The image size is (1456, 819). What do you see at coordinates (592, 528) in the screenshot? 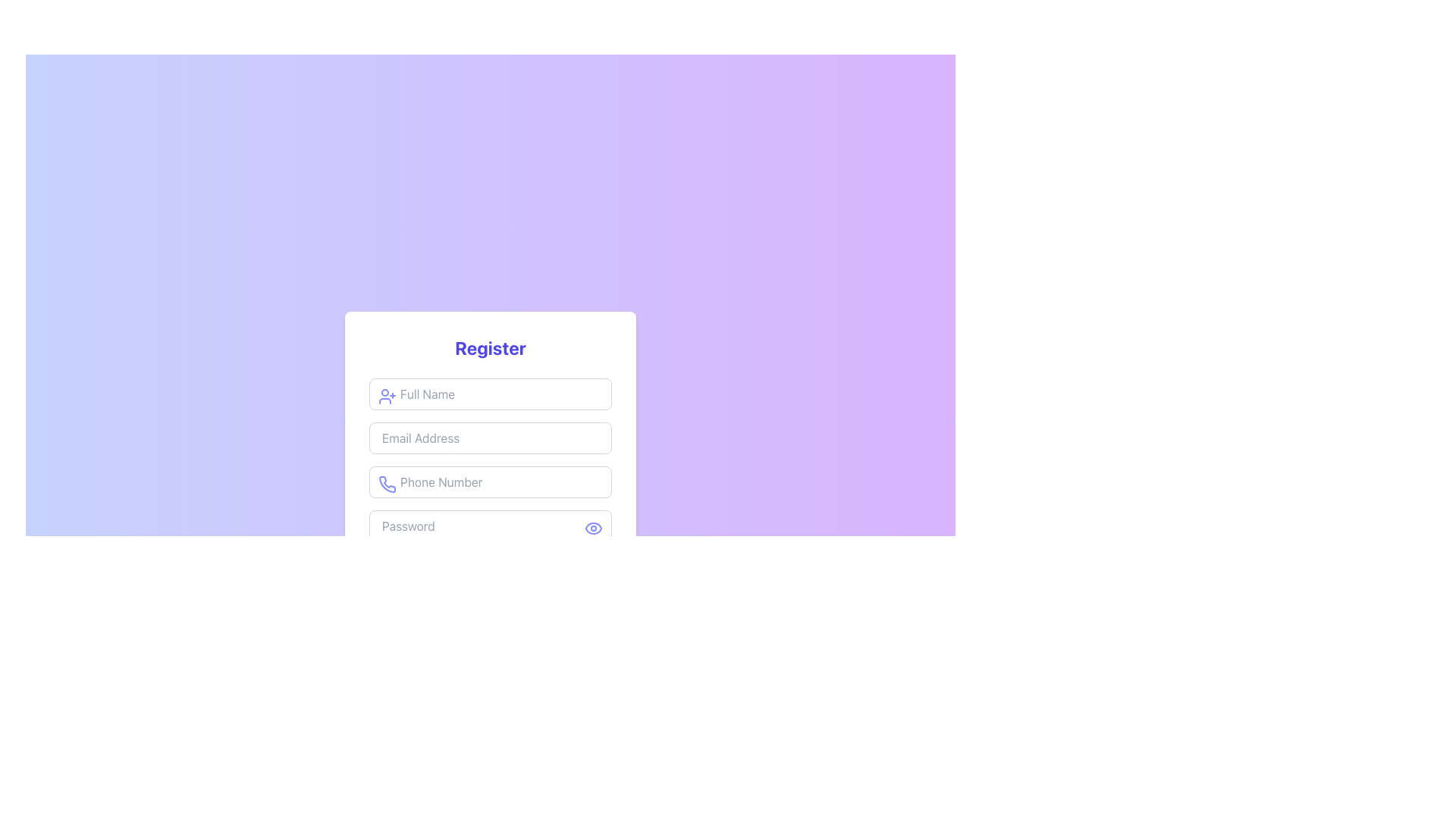
I see `the password visibility toggle icon located to the far right of the password input field` at bounding box center [592, 528].